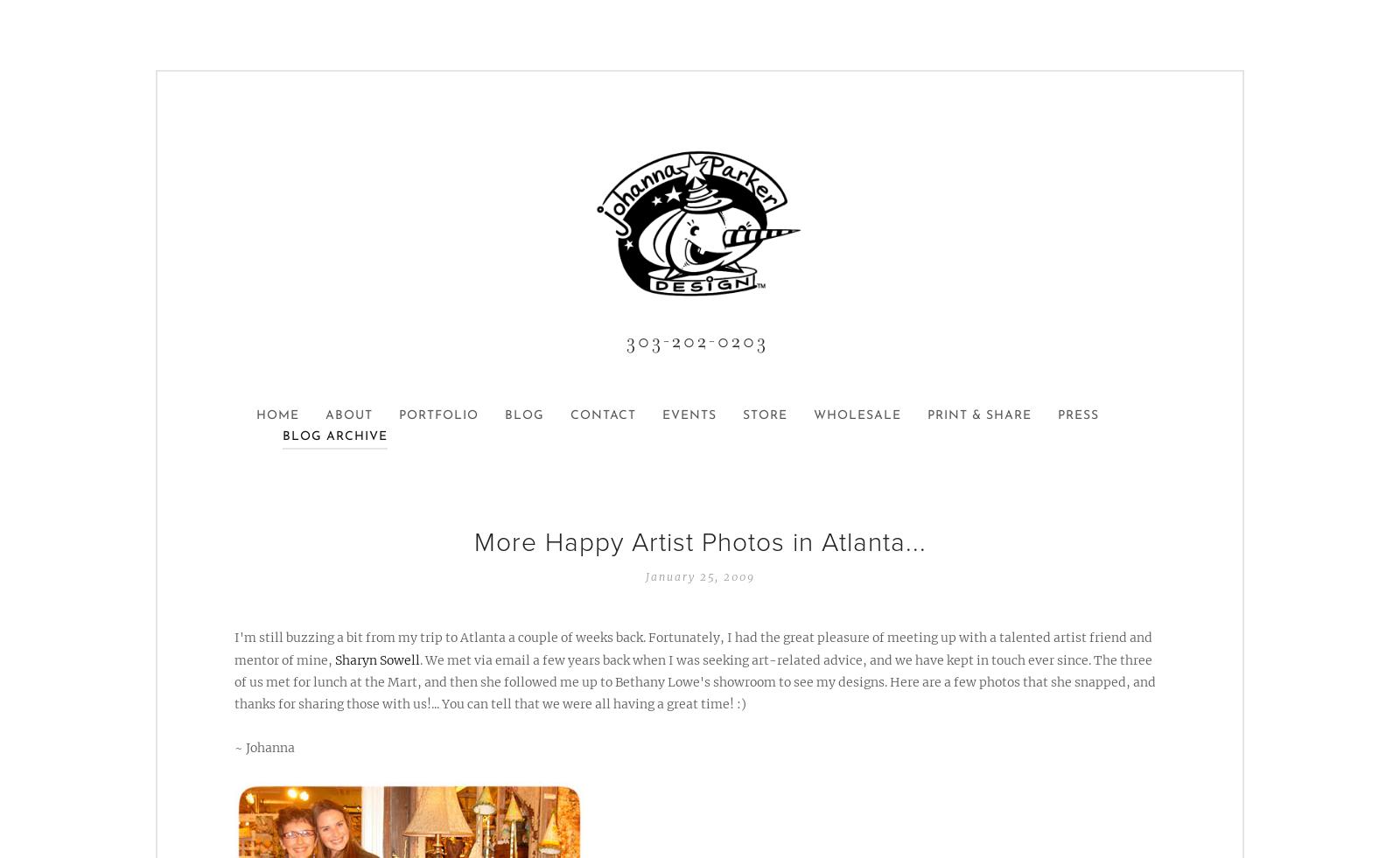 The width and height of the screenshot is (1400, 858). I want to click on 'Store', so click(764, 415).